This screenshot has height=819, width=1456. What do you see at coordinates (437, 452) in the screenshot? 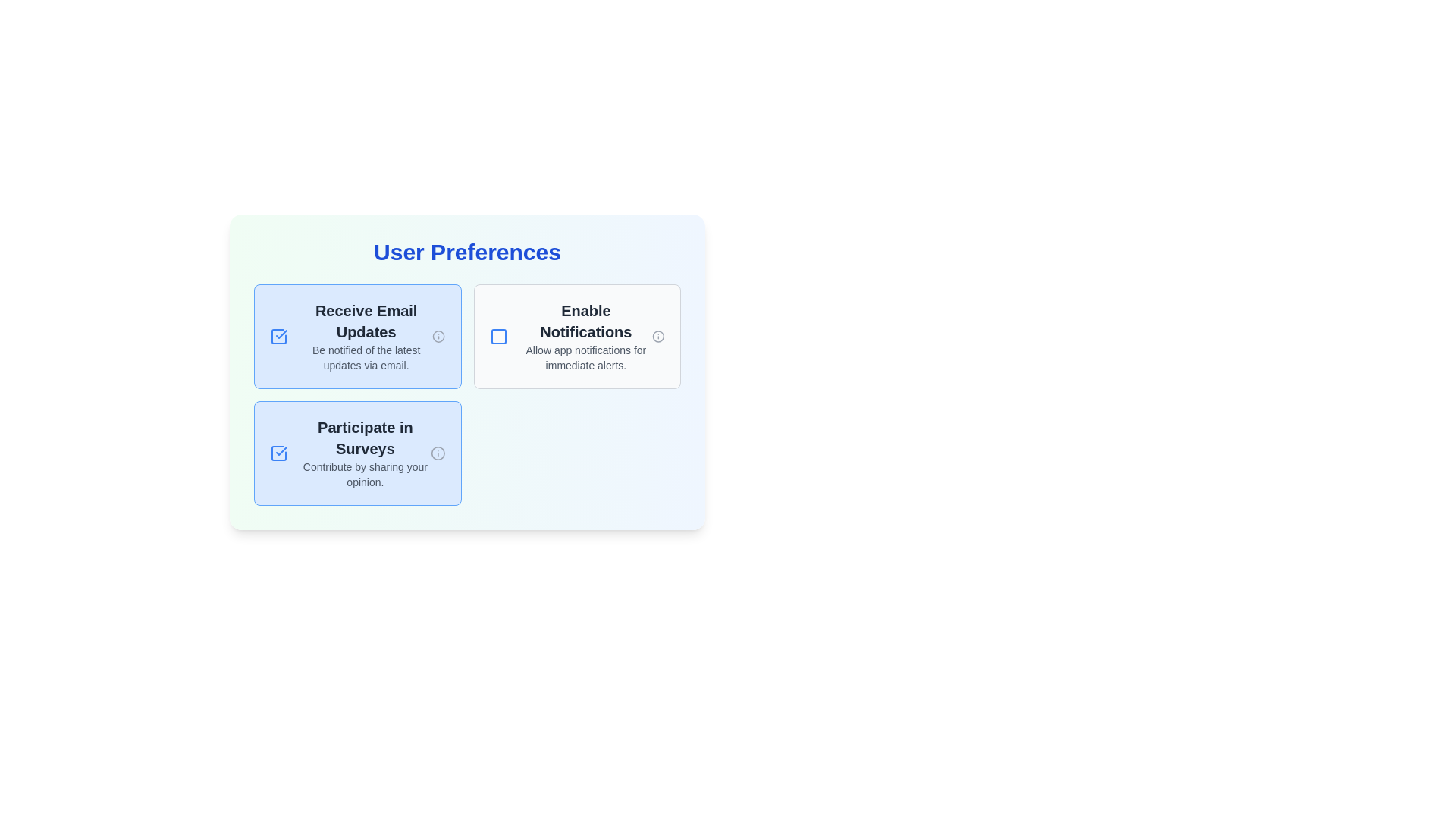
I see `the circular gray information icon located in the lower-left section of the user preference grid, specifically in the card titled 'Participate in Surveys'` at bounding box center [437, 452].